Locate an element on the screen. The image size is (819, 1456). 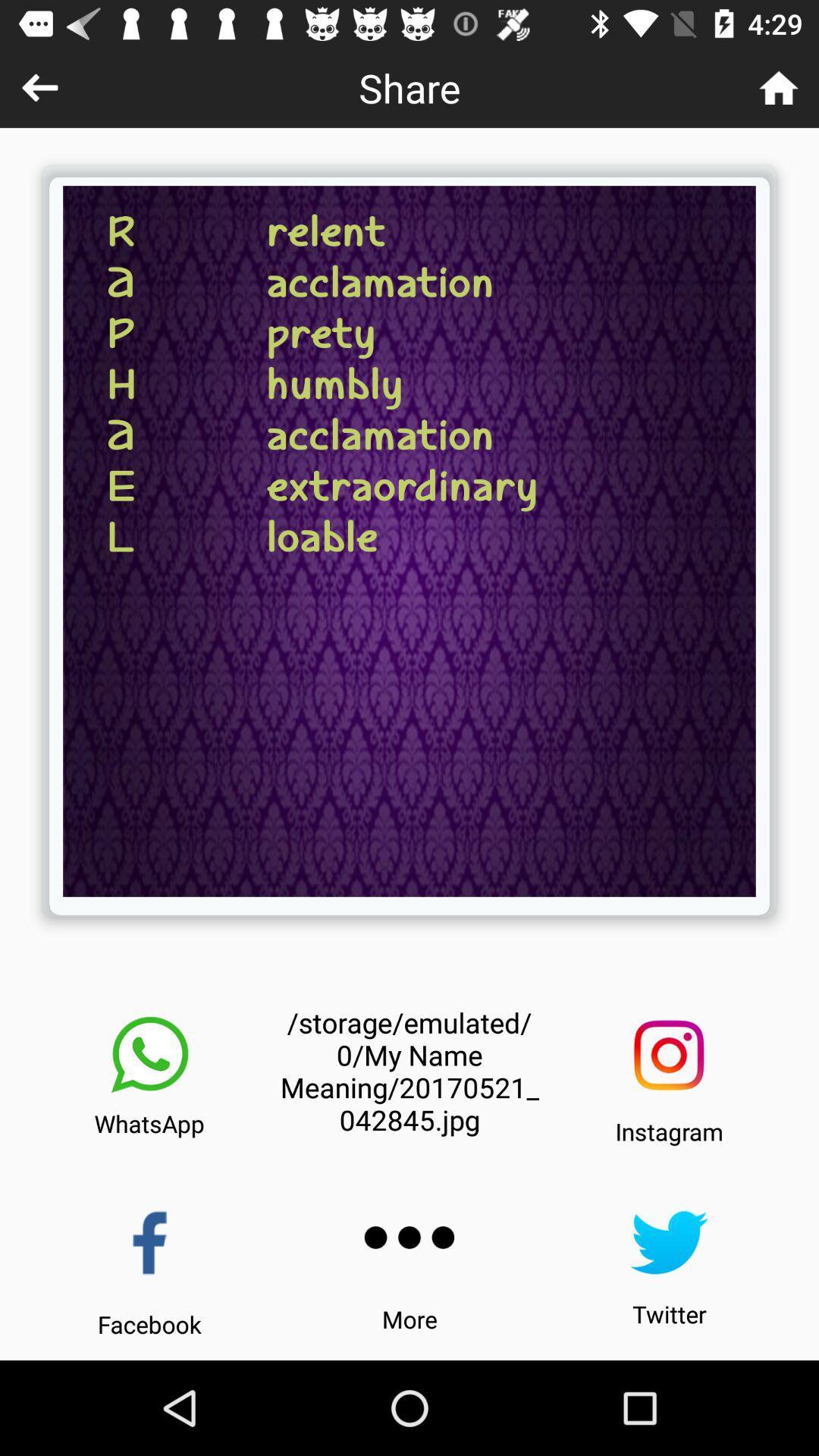
item to the right of the storage emulated 0 item is located at coordinates (668, 1054).